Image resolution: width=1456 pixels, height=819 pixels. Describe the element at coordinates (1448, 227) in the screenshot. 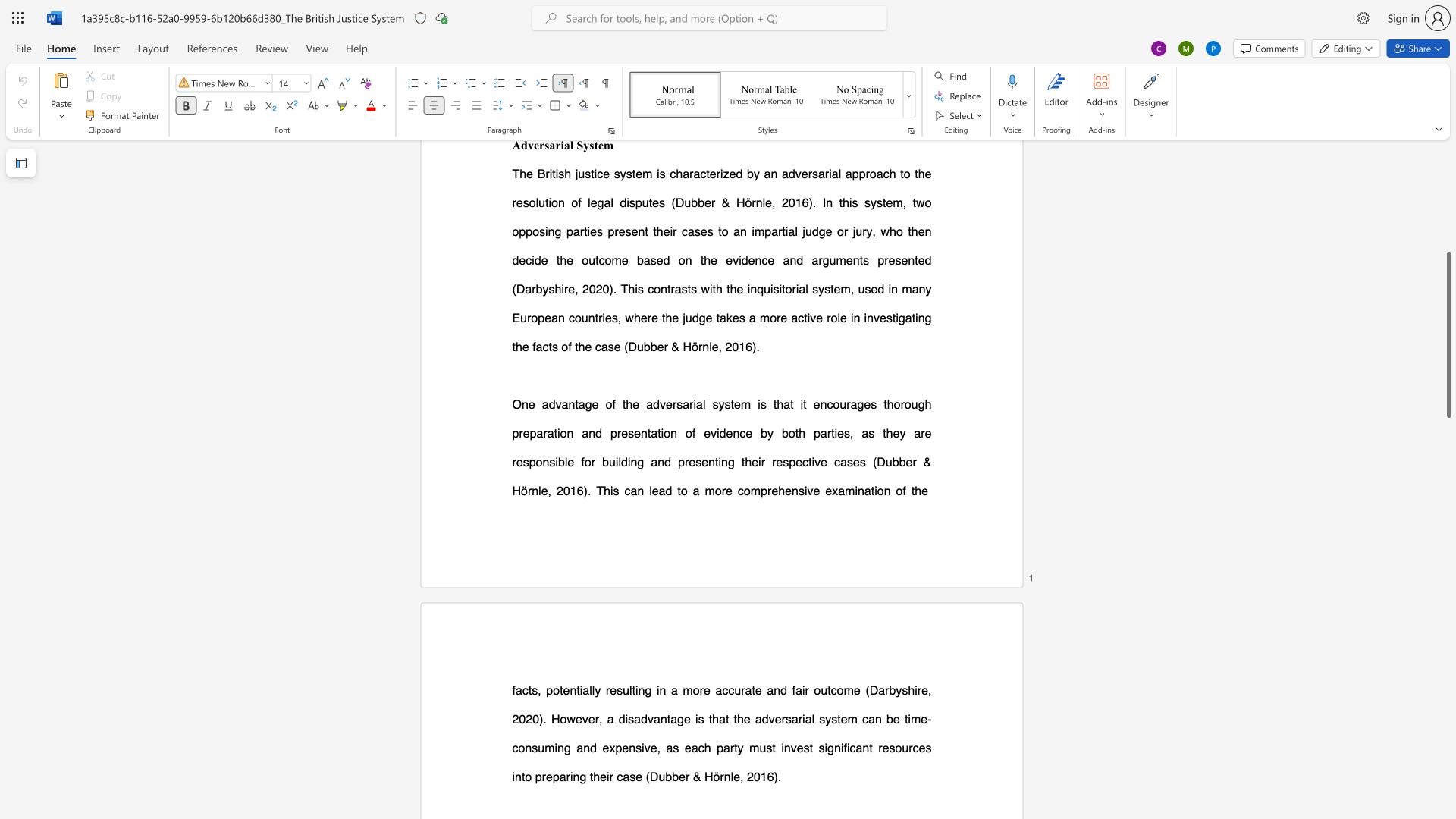

I see `the scrollbar to move the view up` at that location.